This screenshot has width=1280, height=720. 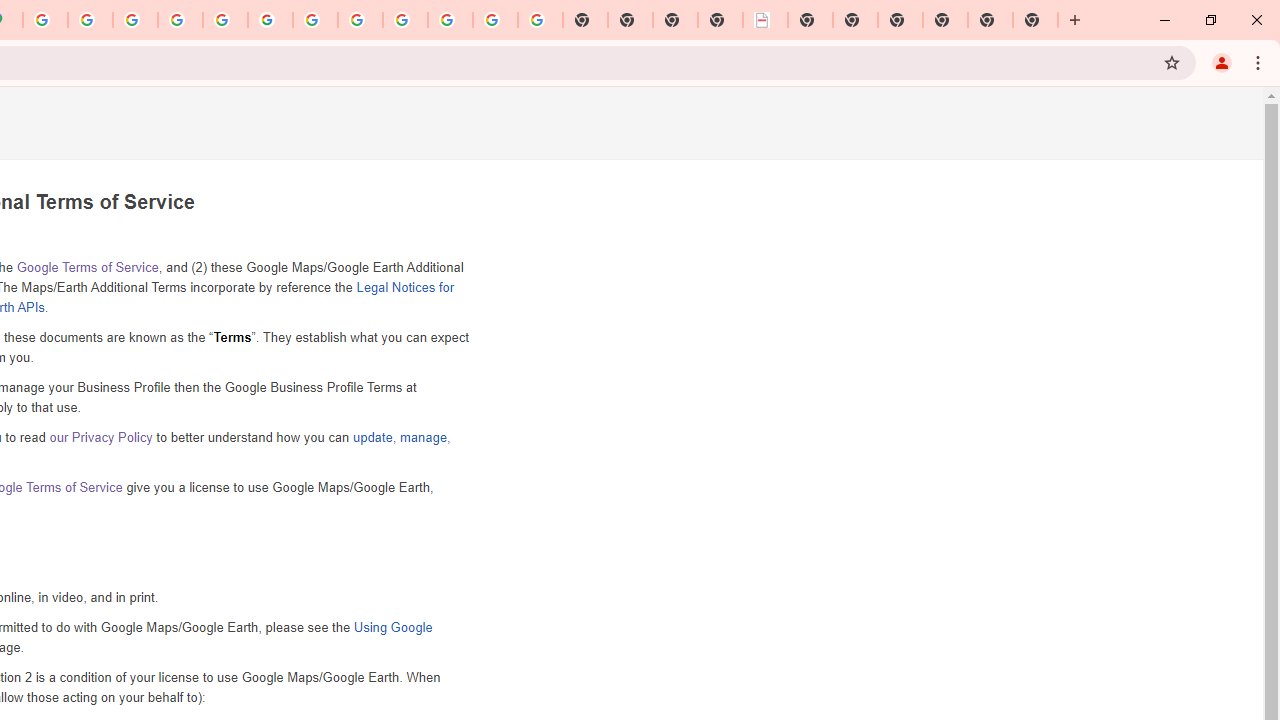 I want to click on 'New Tab', so click(x=1035, y=20).